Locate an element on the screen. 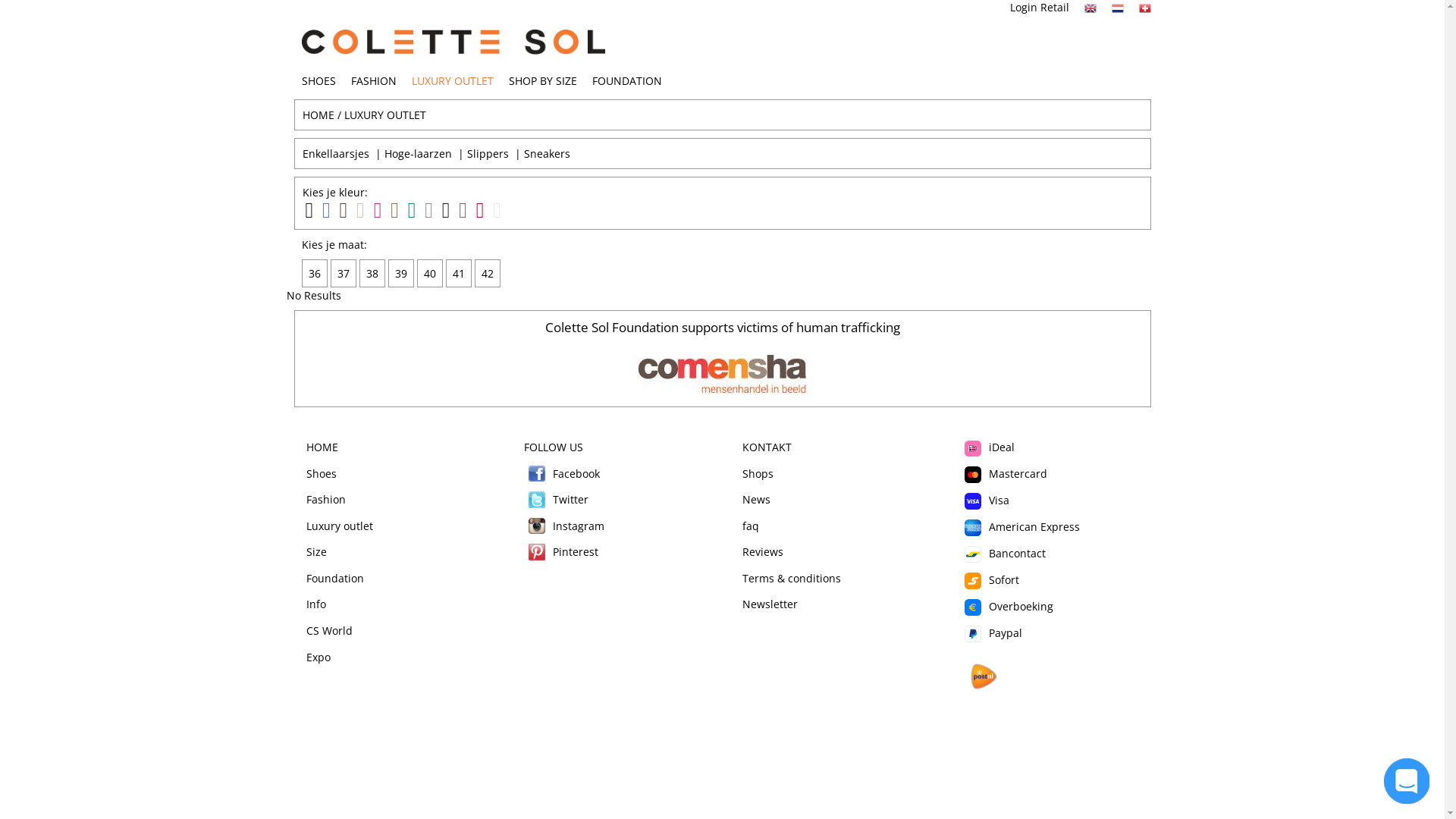  'Facebook' is located at coordinates (537, 472).